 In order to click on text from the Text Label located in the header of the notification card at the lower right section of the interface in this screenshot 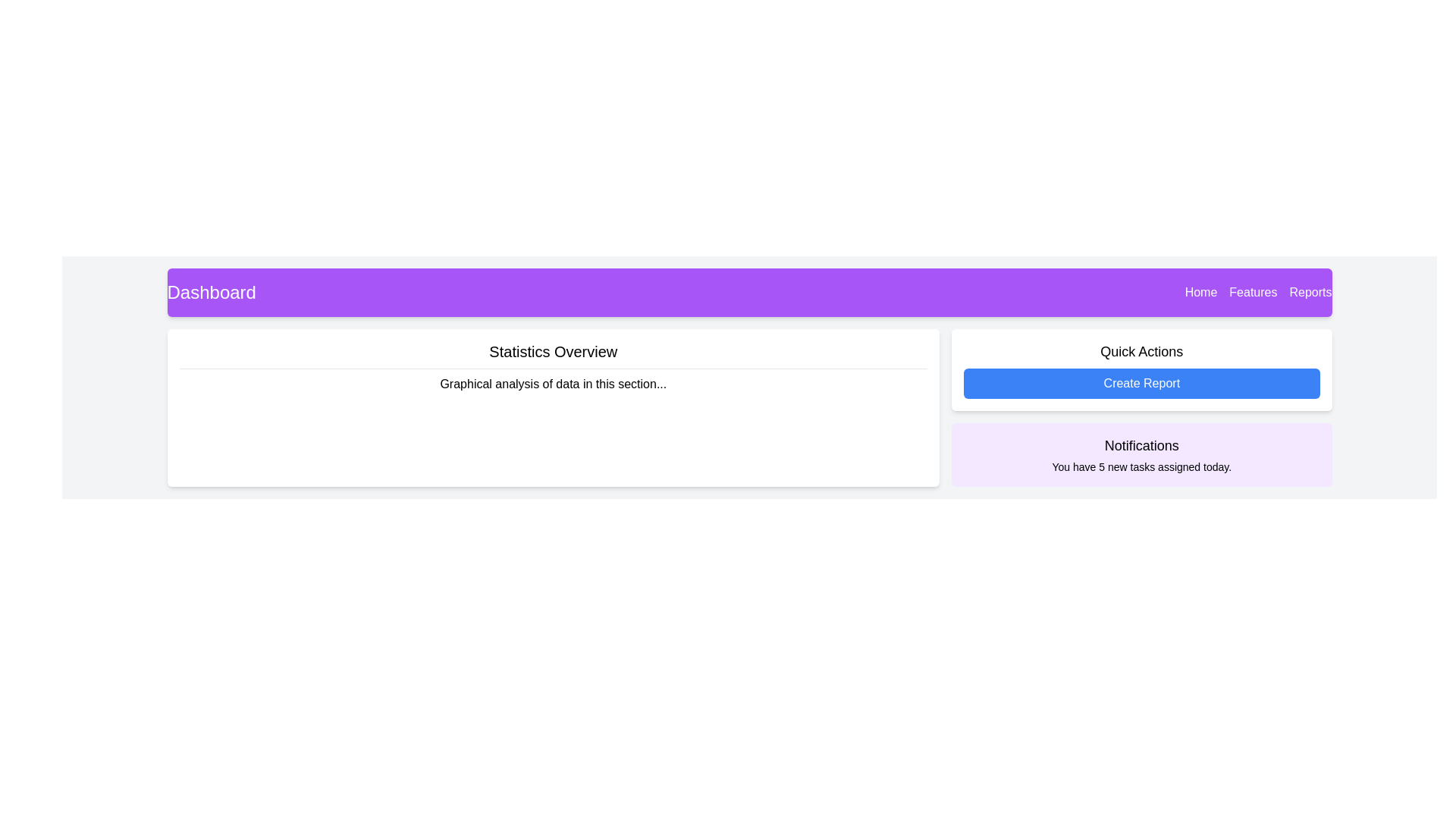, I will do `click(1141, 444)`.